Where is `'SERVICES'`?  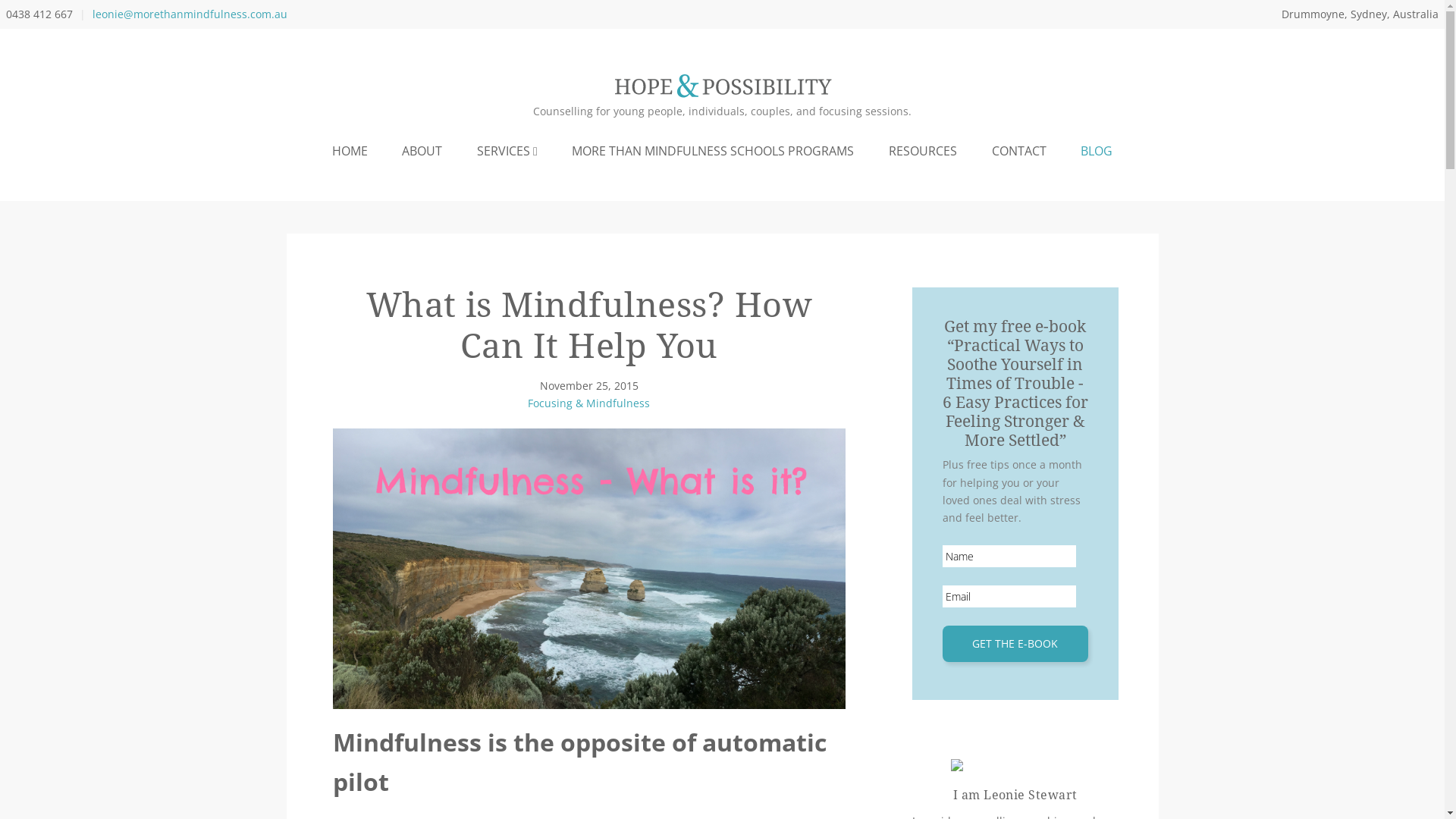
'SERVICES' is located at coordinates (507, 150).